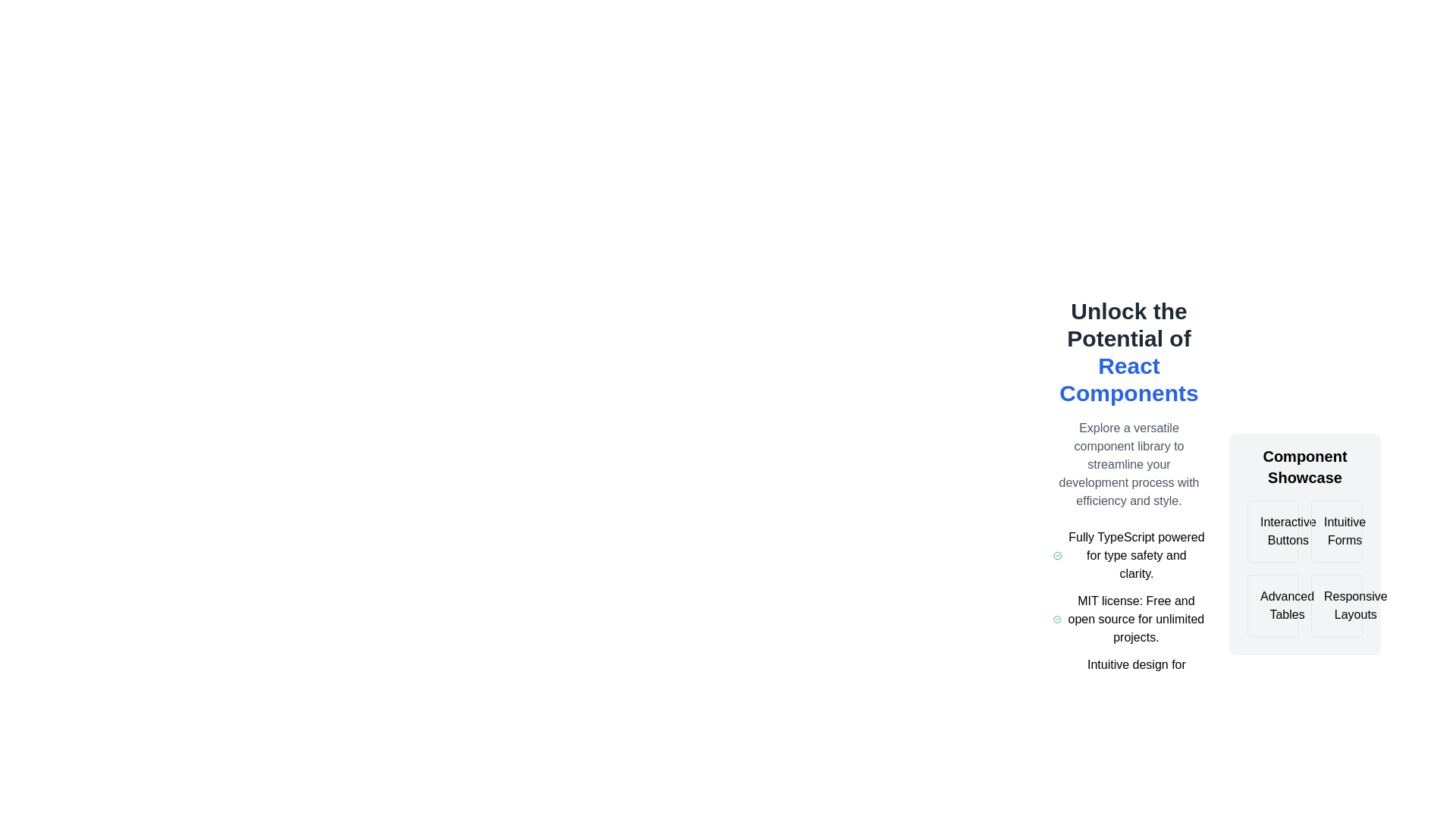  I want to click on the design of the star-shaped SVG icon located in the 'Component Showcase' panel on the right side of the page, so click(1375, 530).